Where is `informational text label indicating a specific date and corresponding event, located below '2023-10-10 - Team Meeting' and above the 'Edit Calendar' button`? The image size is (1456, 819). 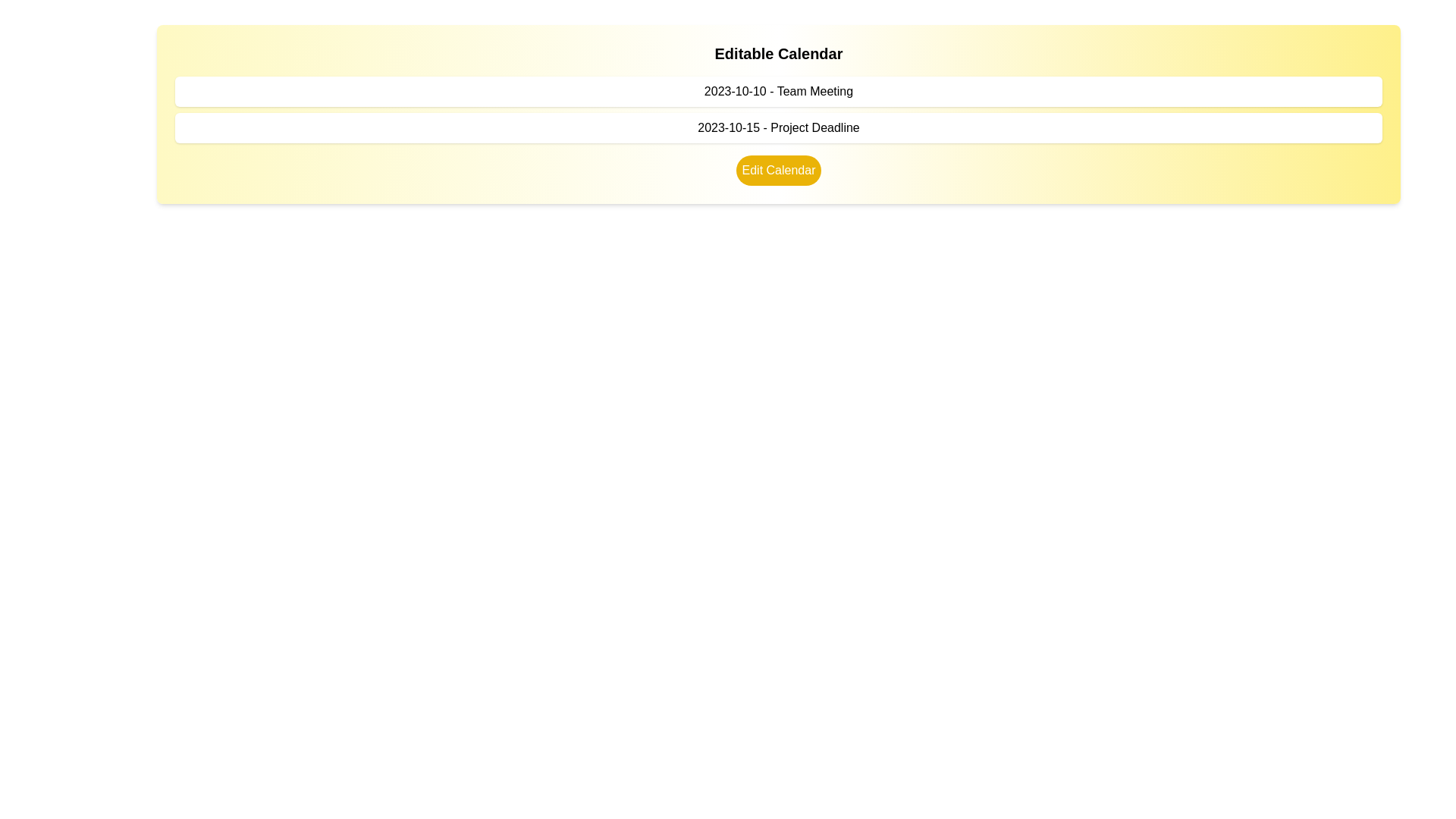
informational text label indicating a specific date and corresponding event, located below '2023-10-10 - Team Meeting' and above the 'Edit Calendar' button is located at coordinates (779, 127).